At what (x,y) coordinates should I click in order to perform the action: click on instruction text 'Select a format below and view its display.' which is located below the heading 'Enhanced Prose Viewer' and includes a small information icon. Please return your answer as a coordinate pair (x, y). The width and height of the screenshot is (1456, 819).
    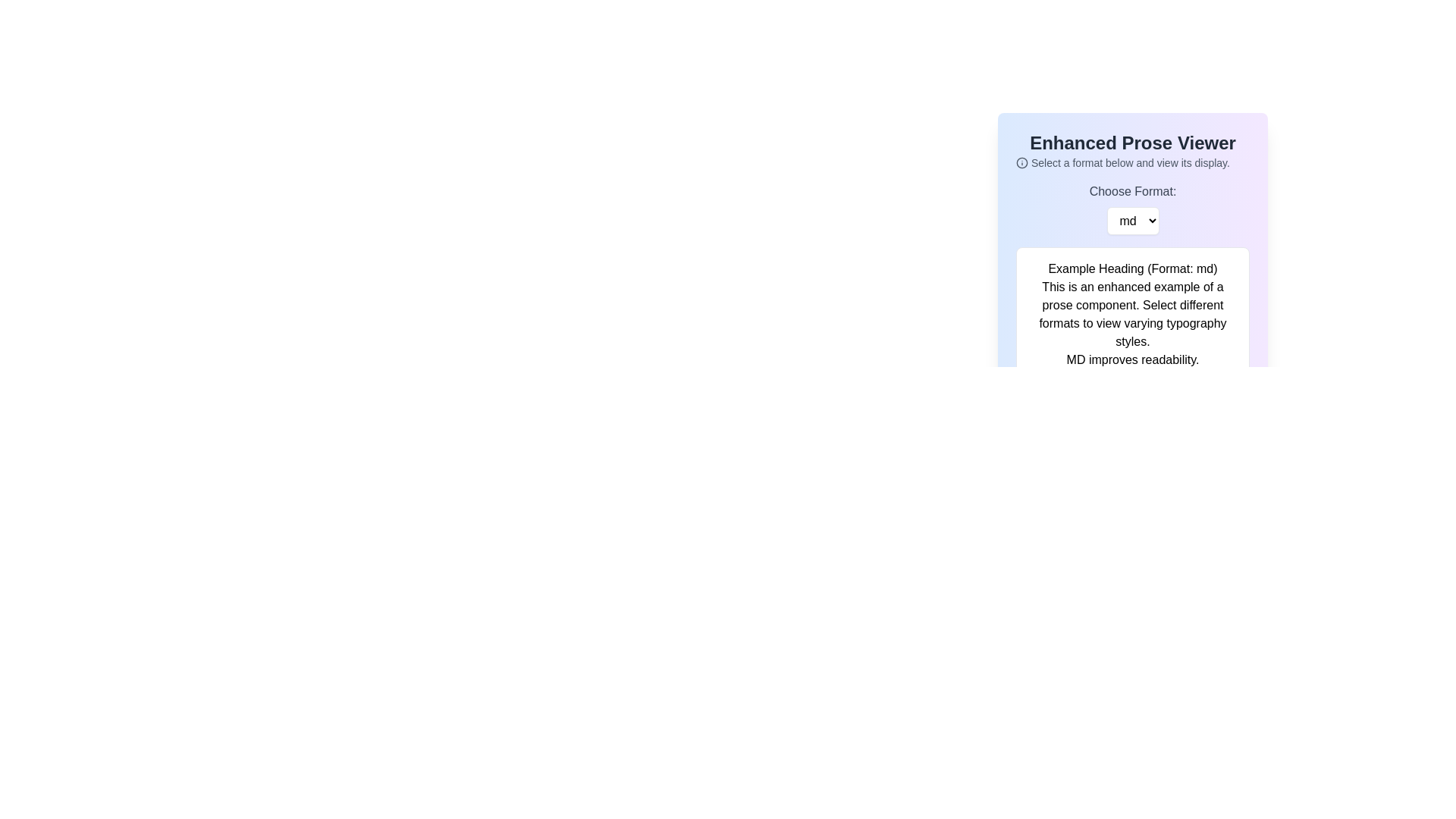
    Looking at the image, I should click on (1132, 163).